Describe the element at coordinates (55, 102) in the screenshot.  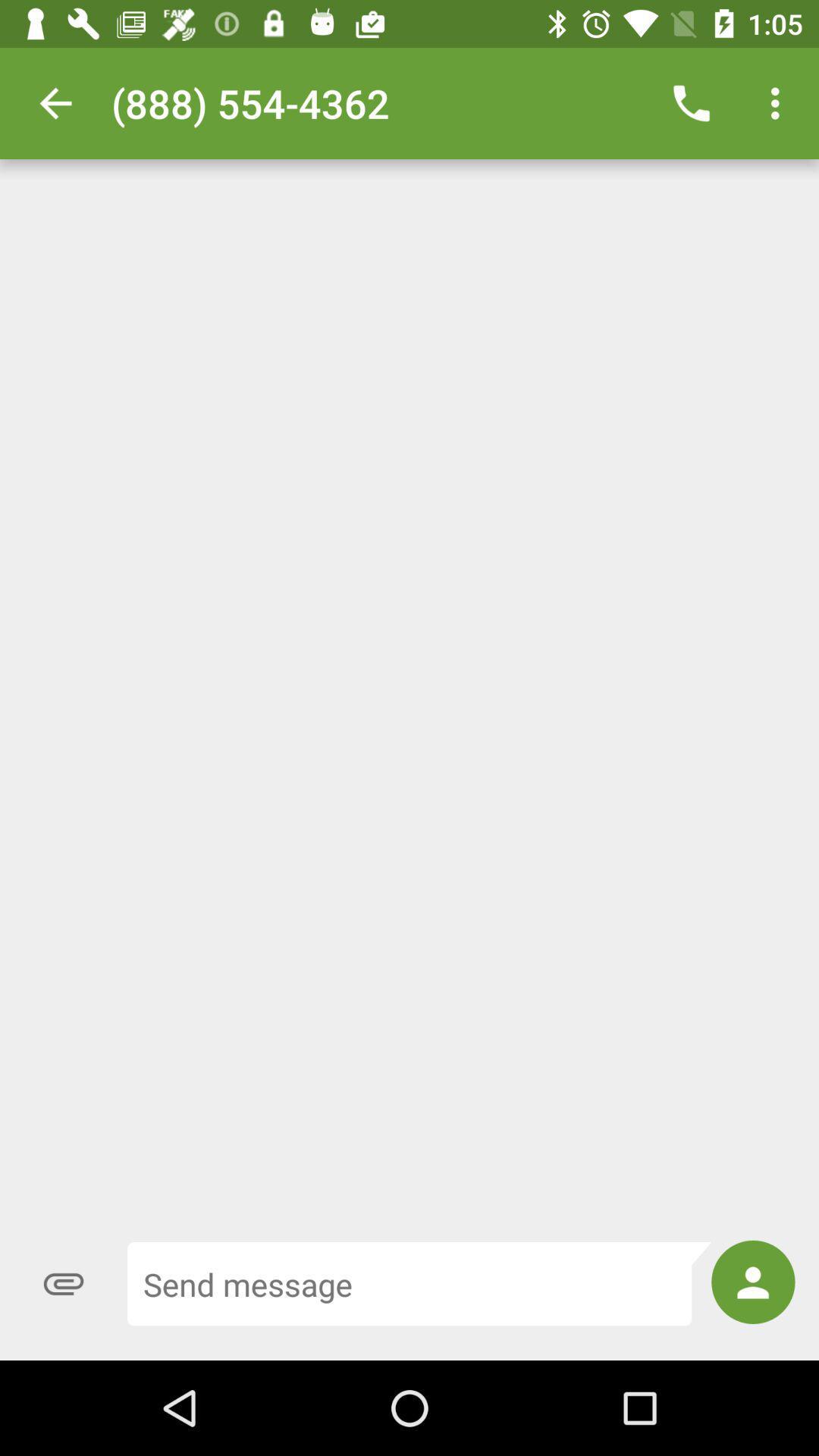
I see `icon next to the (888) 554-4362 item` at that location.